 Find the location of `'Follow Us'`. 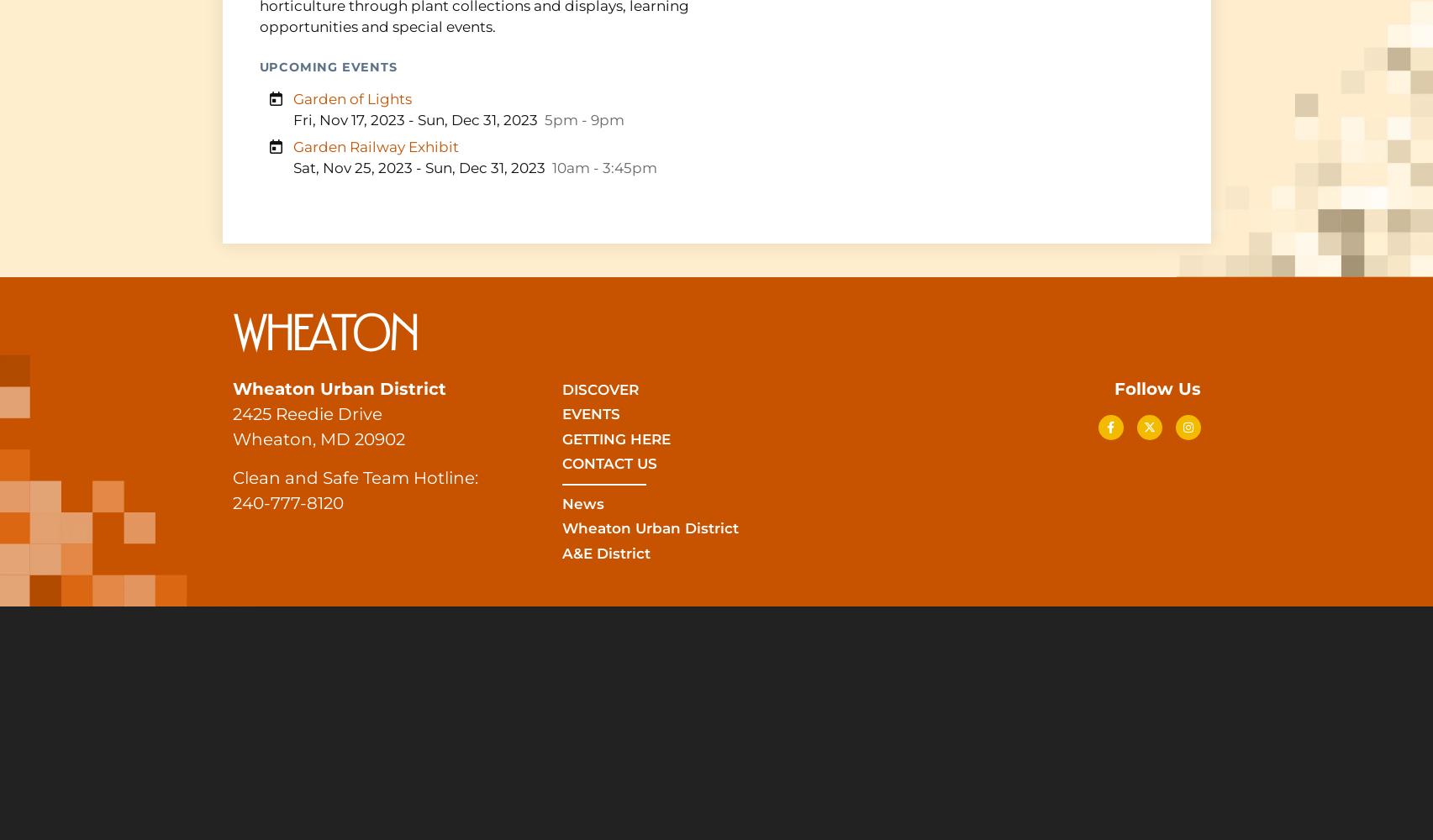

'Follow Us' is located at coordinates (1113, 387).